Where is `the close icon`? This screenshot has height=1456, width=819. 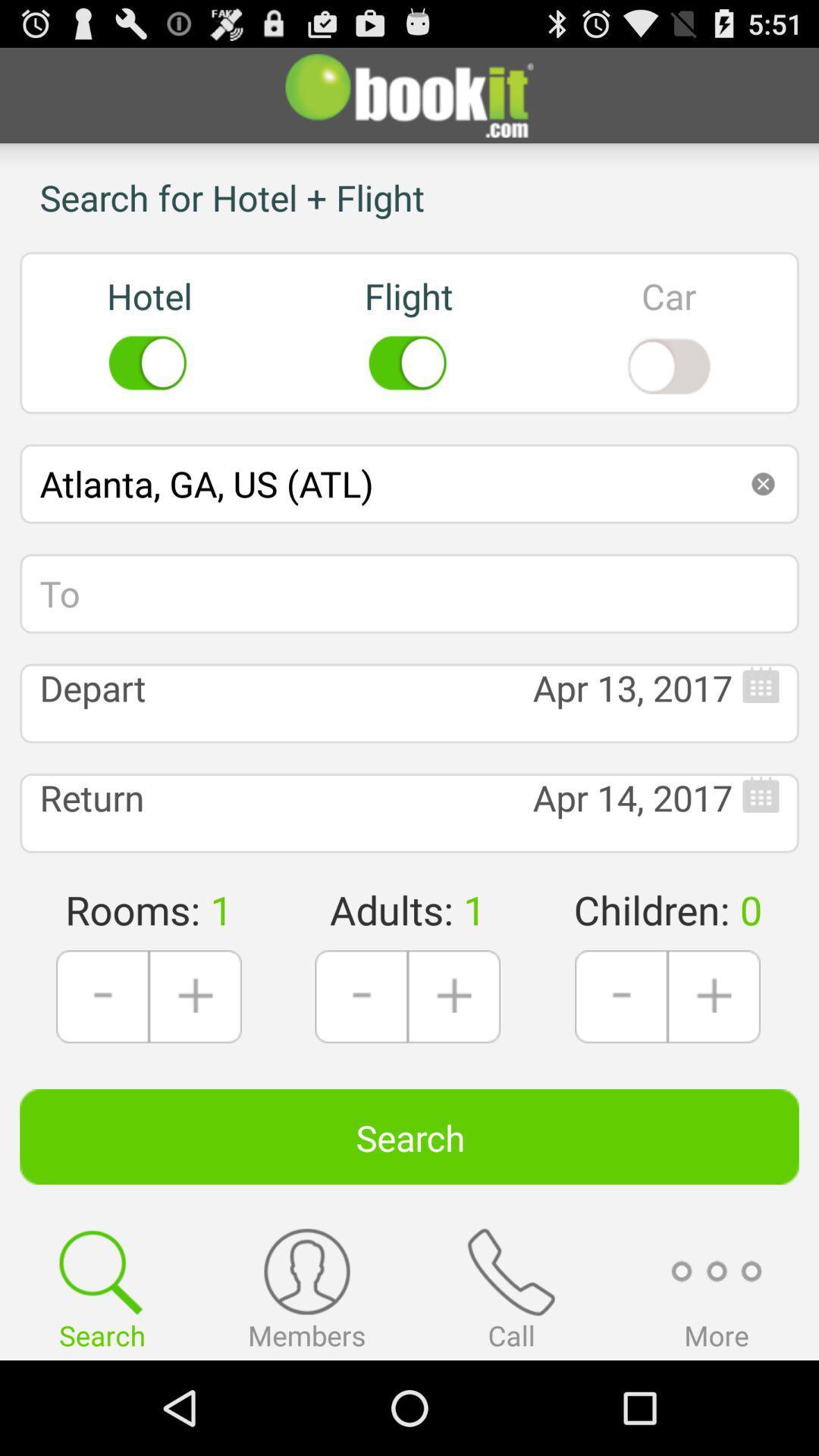 the close icon is located at coordinates (763, 518).